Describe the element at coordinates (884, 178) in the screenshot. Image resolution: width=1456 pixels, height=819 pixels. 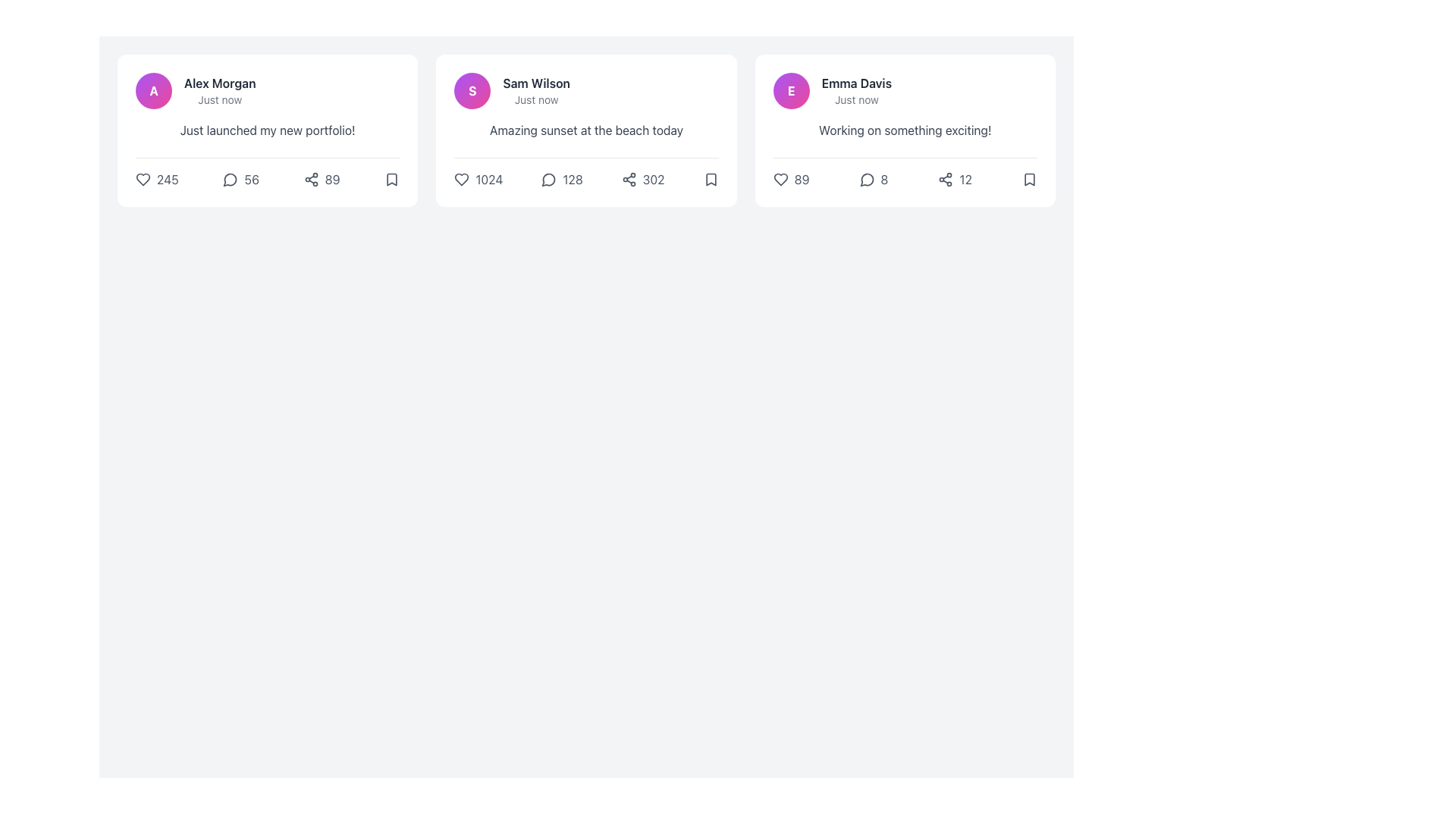
I see `the comment count text located at the bottom-right section of the third card in the horizontal list of user posts` at that location.